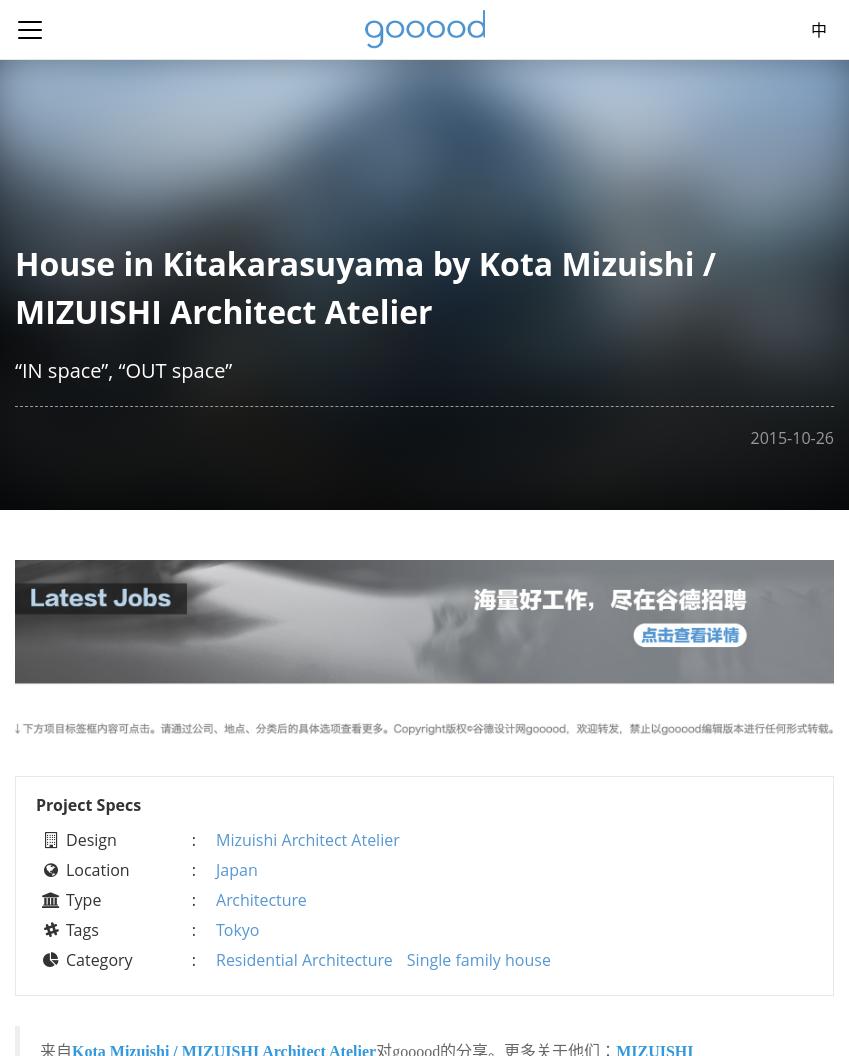  Describe the element at coordinates (82, 928) in the screenshot. I see `'Tags'` at that location.